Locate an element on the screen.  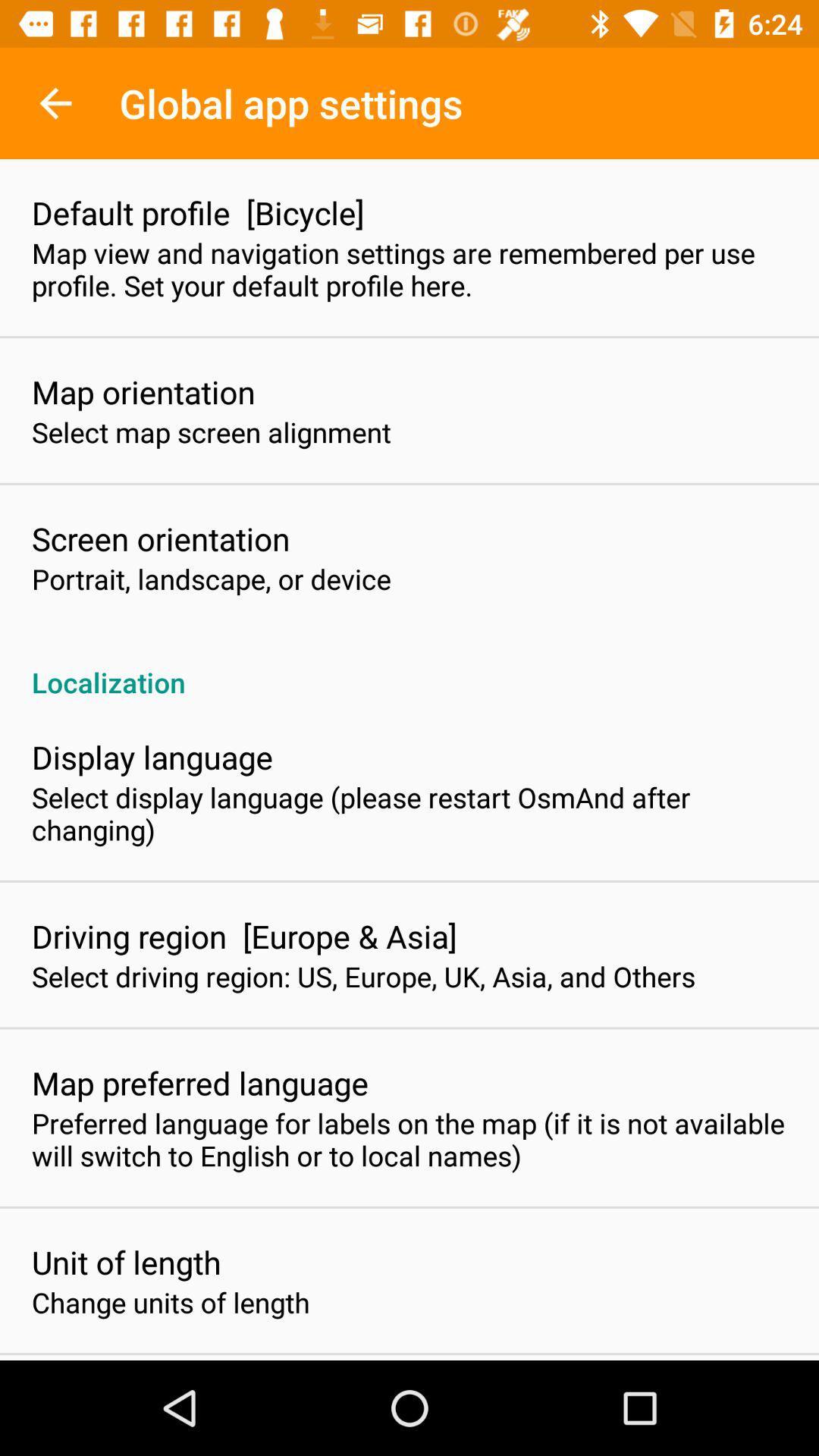
the localization is located at coordinates (409, 666).